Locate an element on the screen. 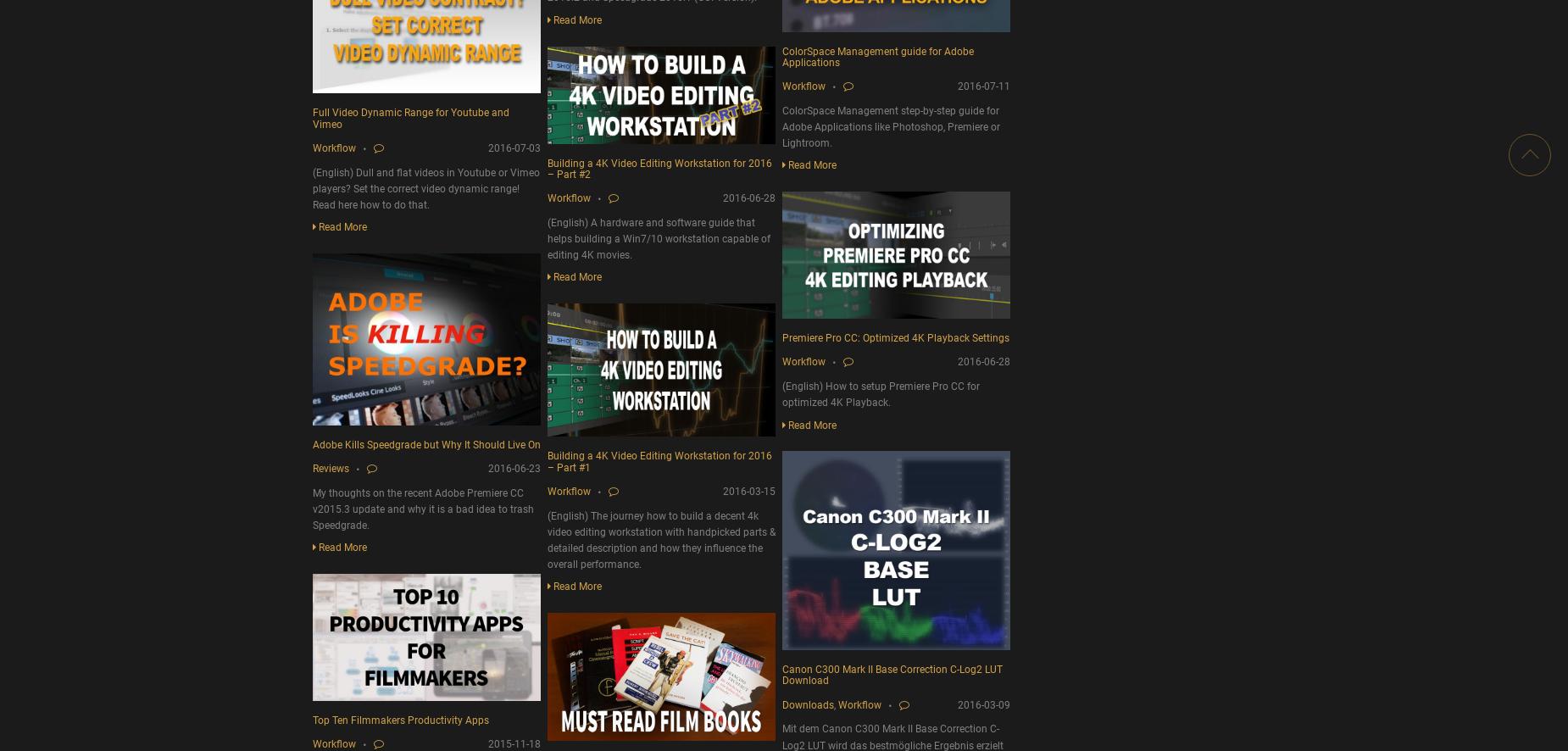 This screenshot has height=751, width=1568. '(English) Dull and flat videos in Youtube or Vimeo players? Set the correct video dynamic range! Read here how to do that.' is located at coordinates (426, 188).